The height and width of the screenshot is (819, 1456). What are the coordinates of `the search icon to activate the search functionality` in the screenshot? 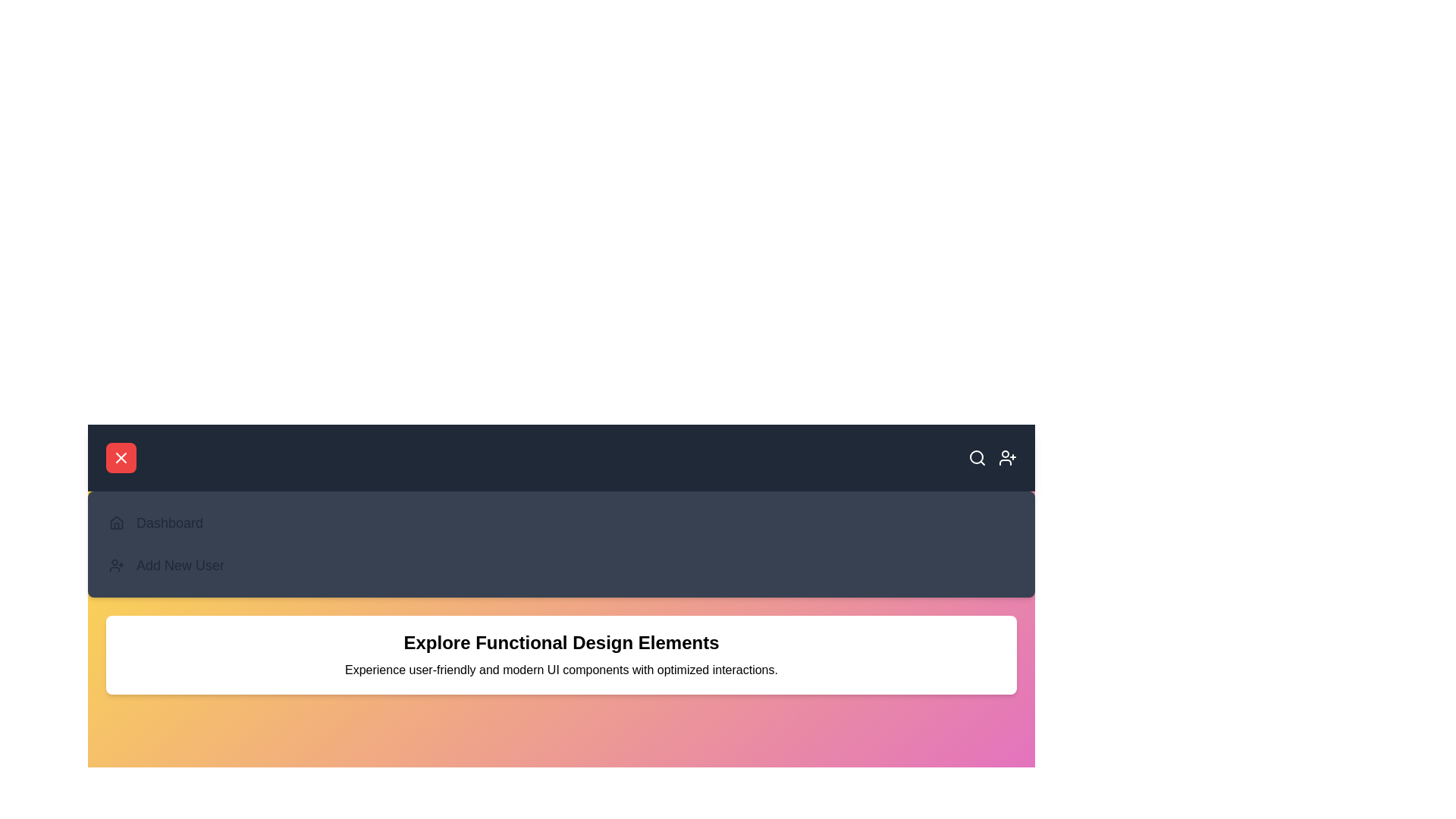 It's located at (977, 457).